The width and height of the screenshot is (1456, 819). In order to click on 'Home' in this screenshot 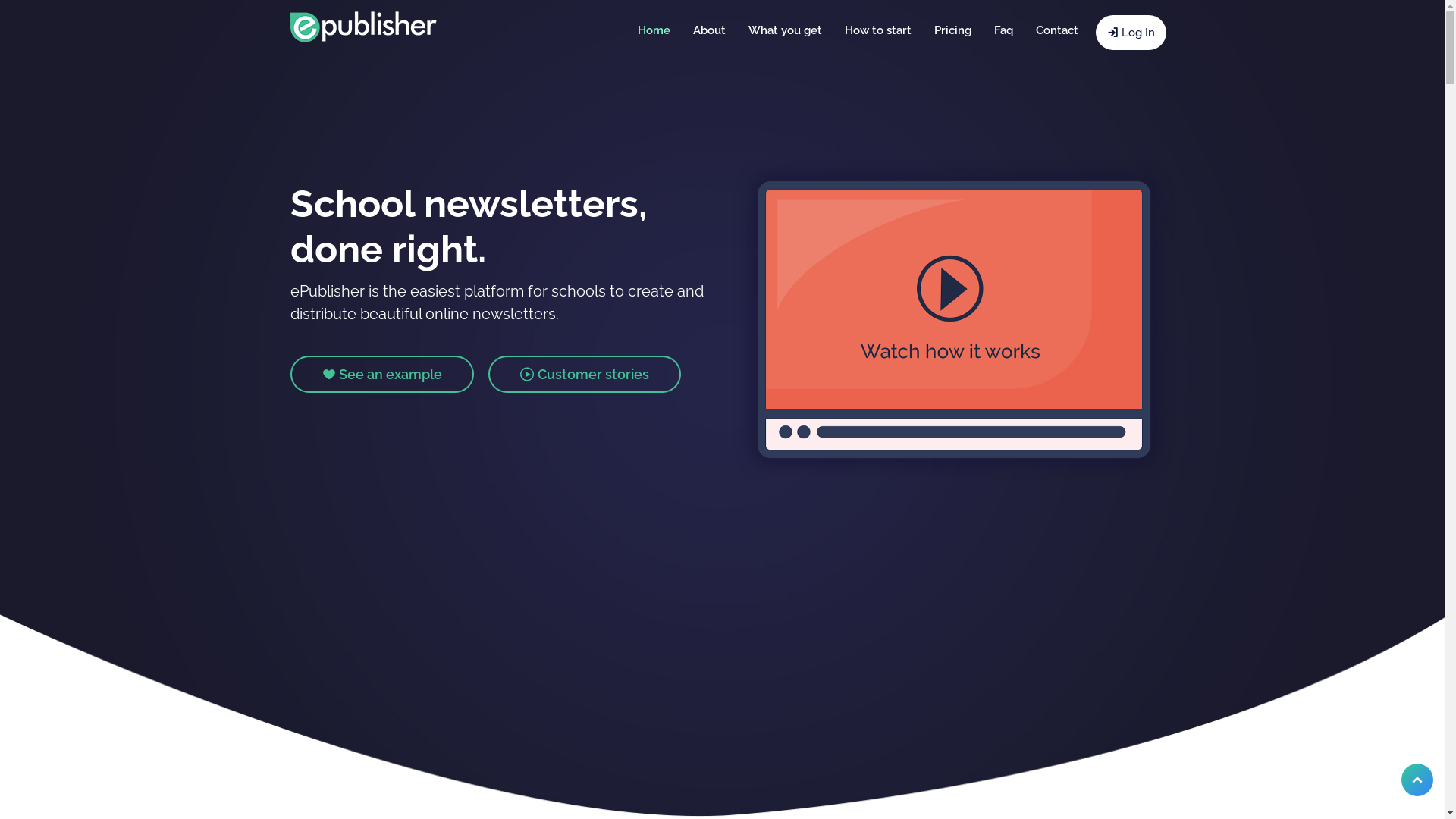, I will do `click(654, 30)`.